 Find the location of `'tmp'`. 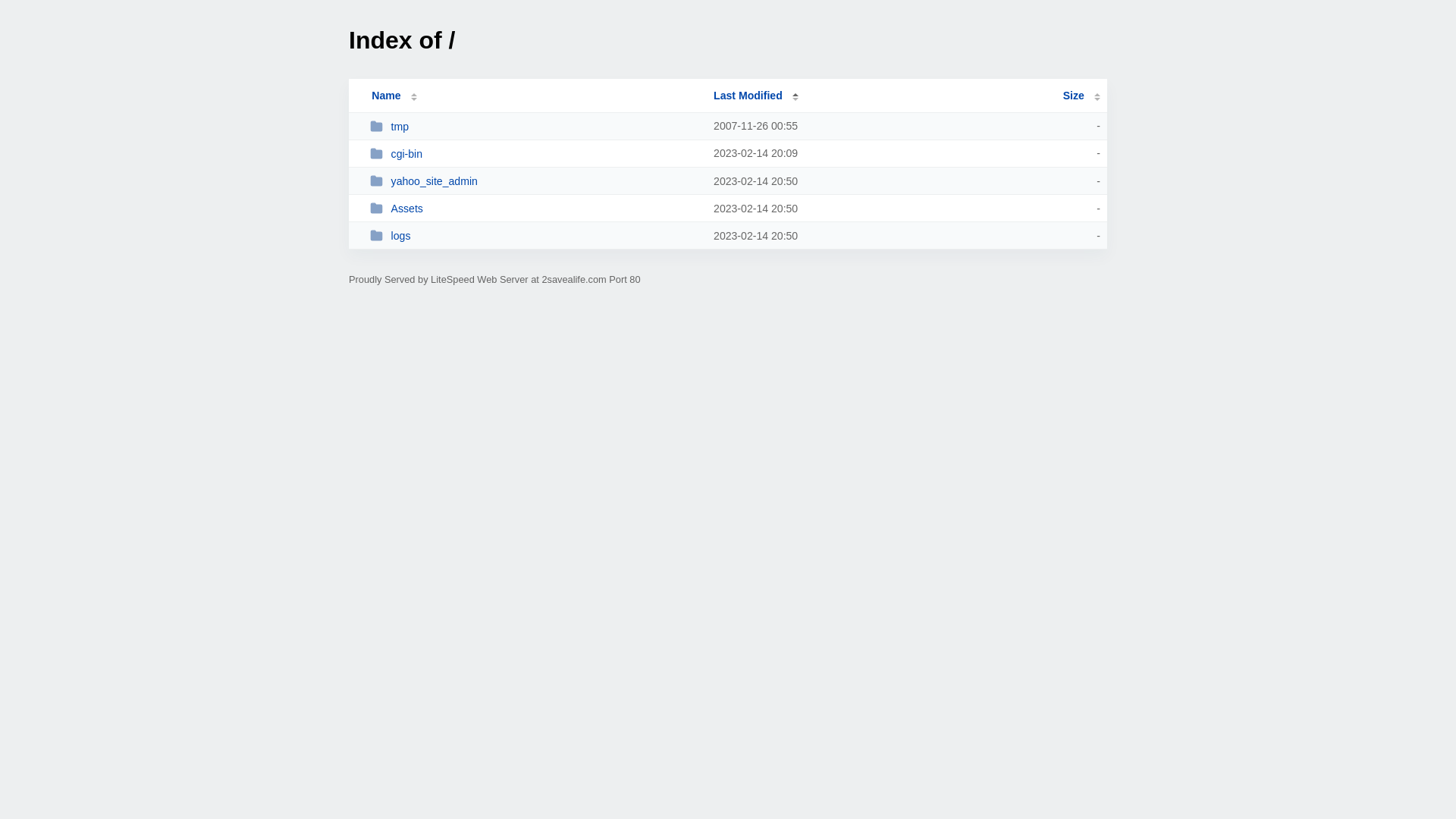

'tmp' is located at coordinates (370, 125).